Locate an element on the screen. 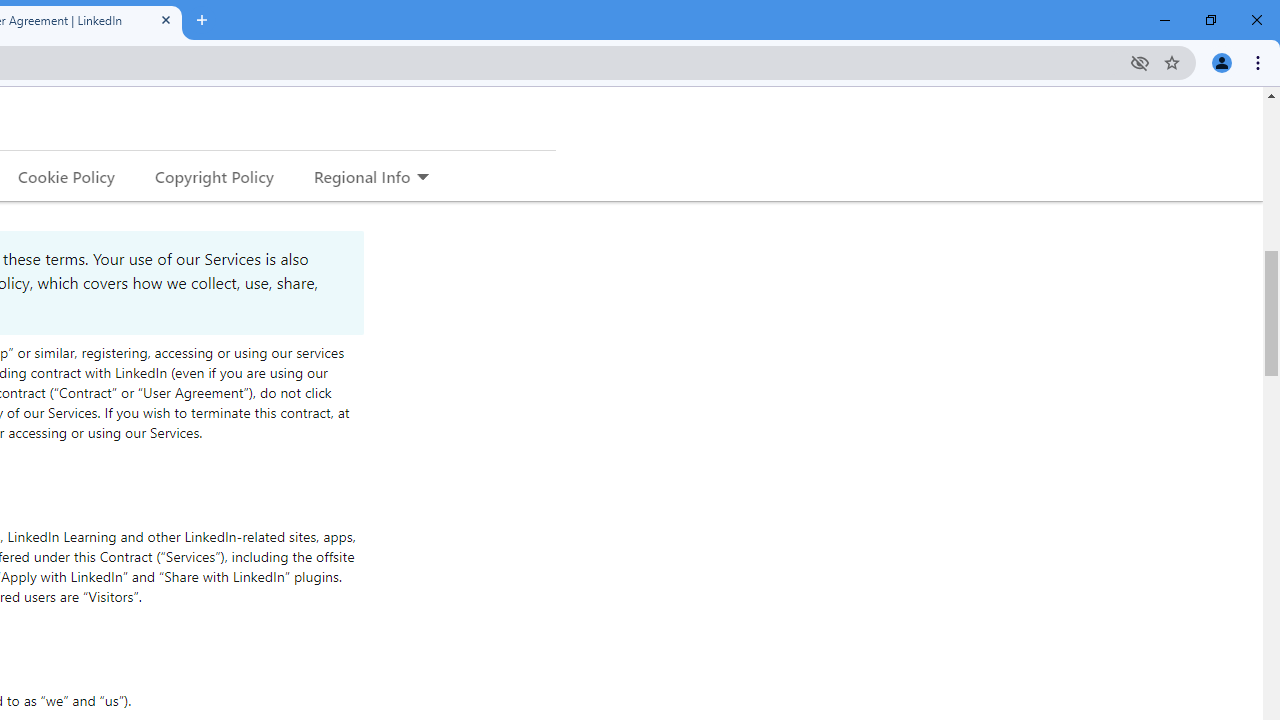 This screenshot has height=720, width=1280. 'Copyright Policy' is located at coordinates (213, 175).